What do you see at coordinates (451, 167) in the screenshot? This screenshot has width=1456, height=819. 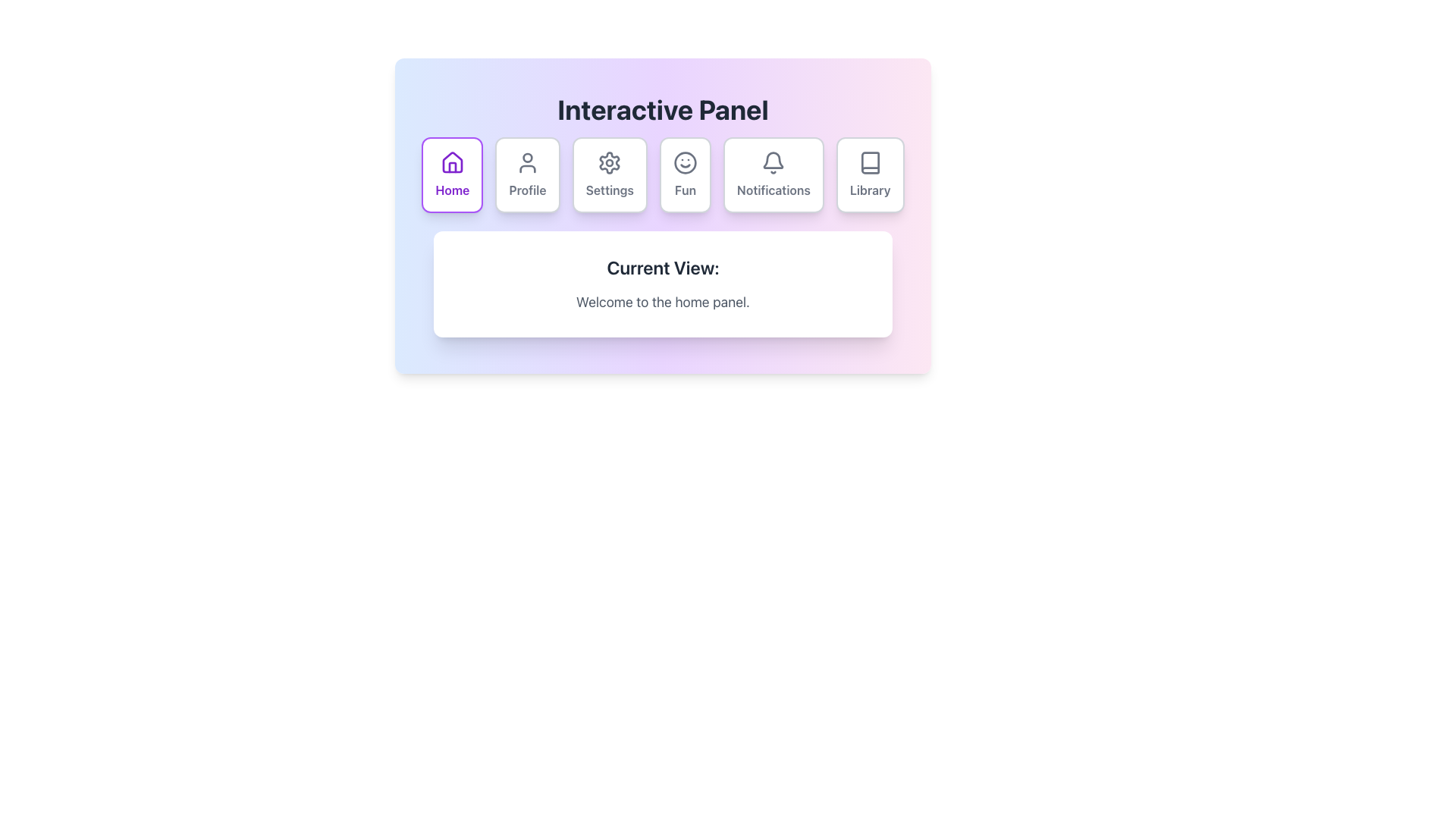 I see `the visual properties of the door element within the house icon located at the top-center of the interface` at bounding box center [451, 167].